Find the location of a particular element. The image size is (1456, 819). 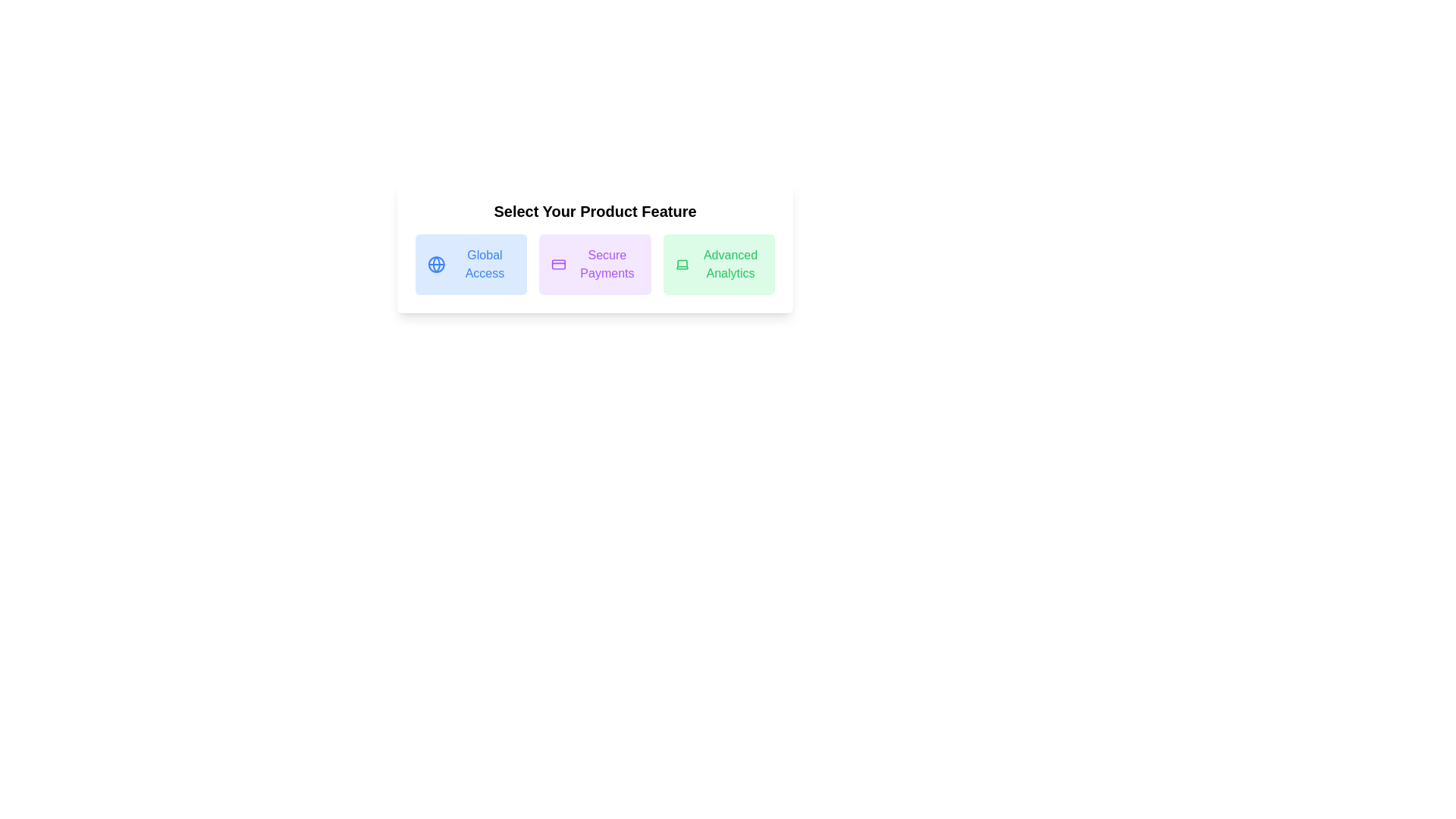

the static text element displaying 'Secure Payments' within its purple-themed rectangular area is located at coordinates (607, 263).